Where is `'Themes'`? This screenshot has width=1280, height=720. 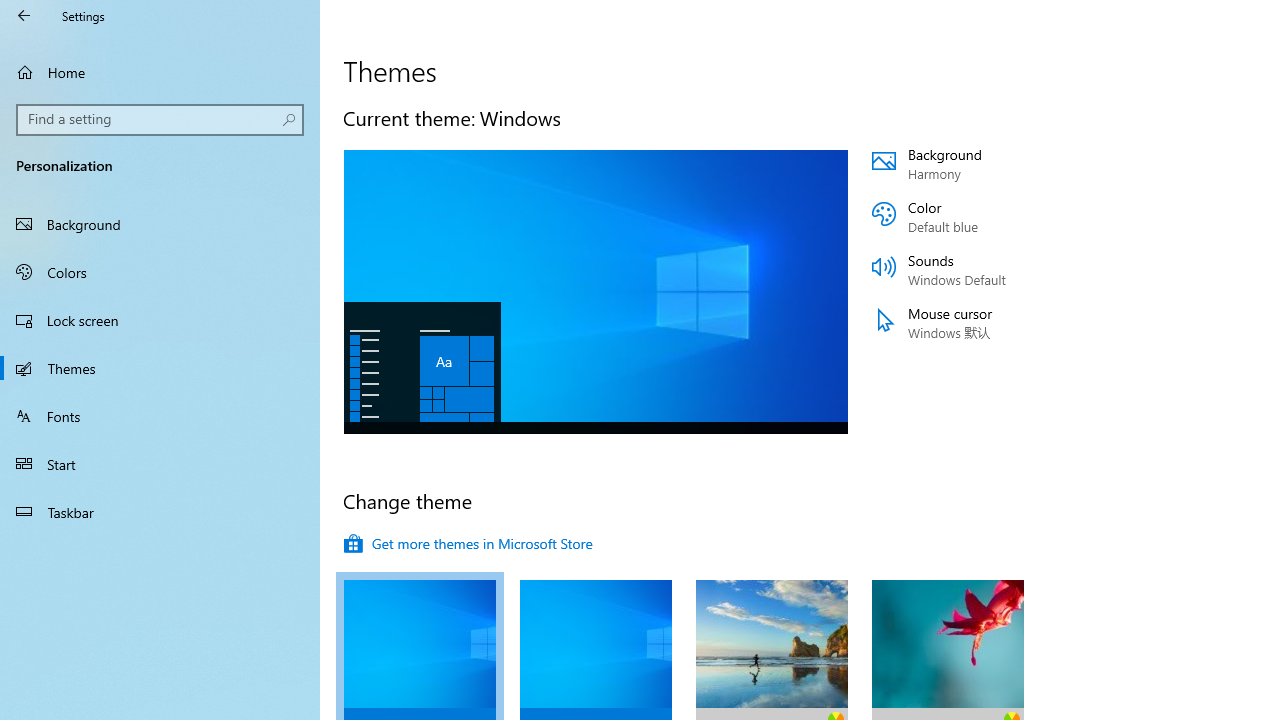
'Themes' is located at coordinates (160, 367).